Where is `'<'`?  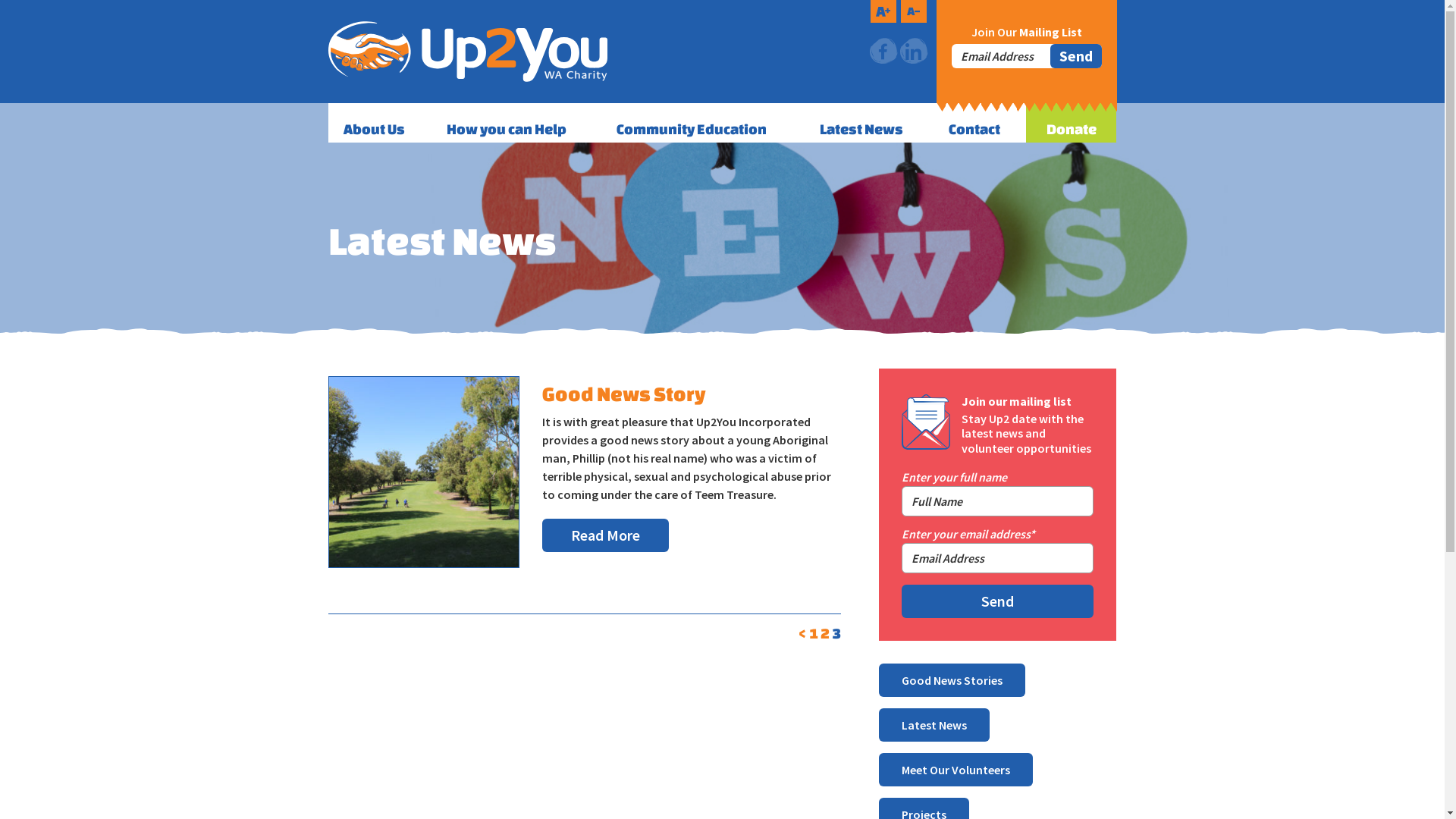
'<' is located at coordinates (801, 632).